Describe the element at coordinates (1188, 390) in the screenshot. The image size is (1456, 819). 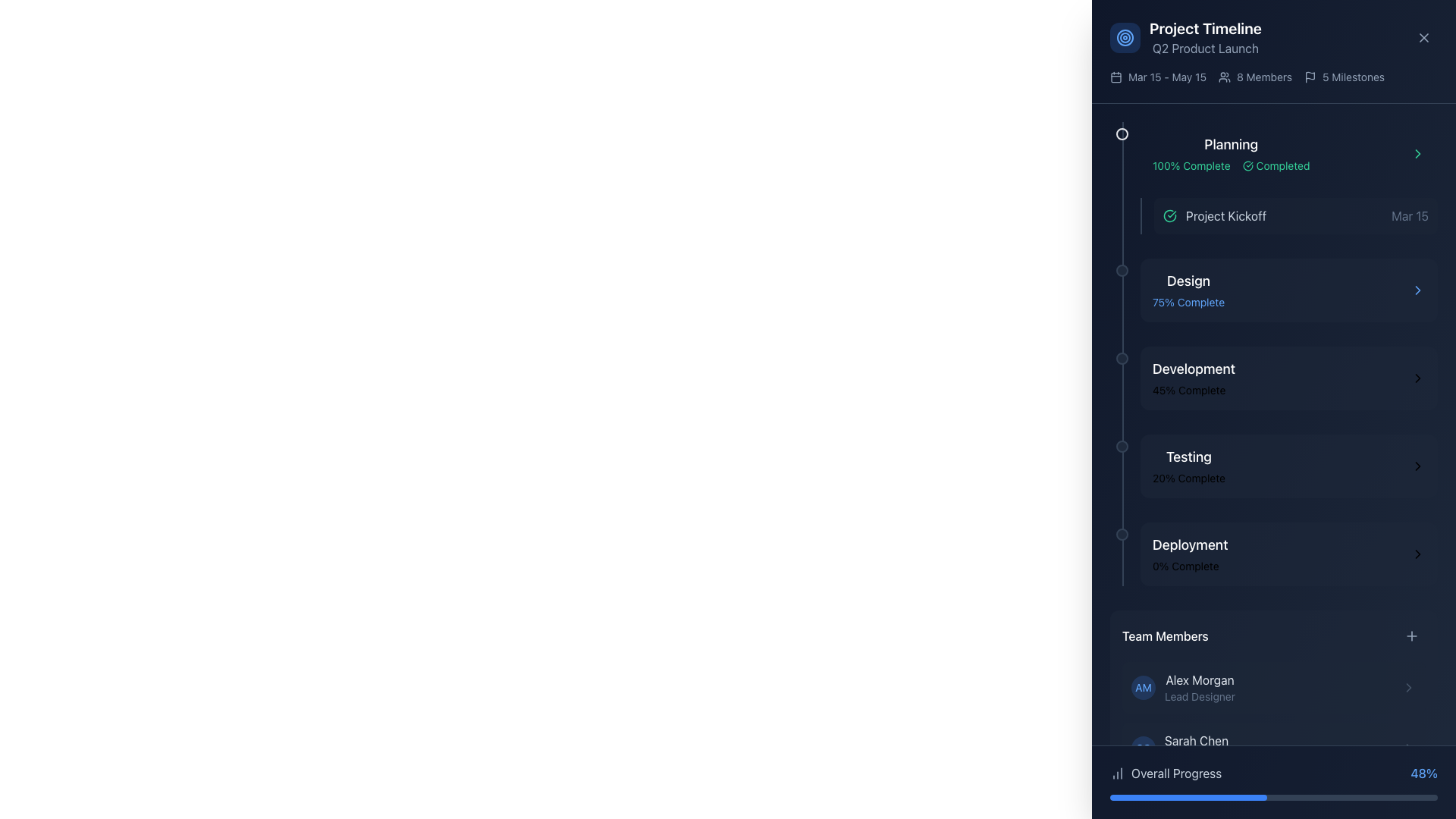
I see `the '45% Complete' text label, which is a purple text indicating progress in the 'Development' section` at that location.